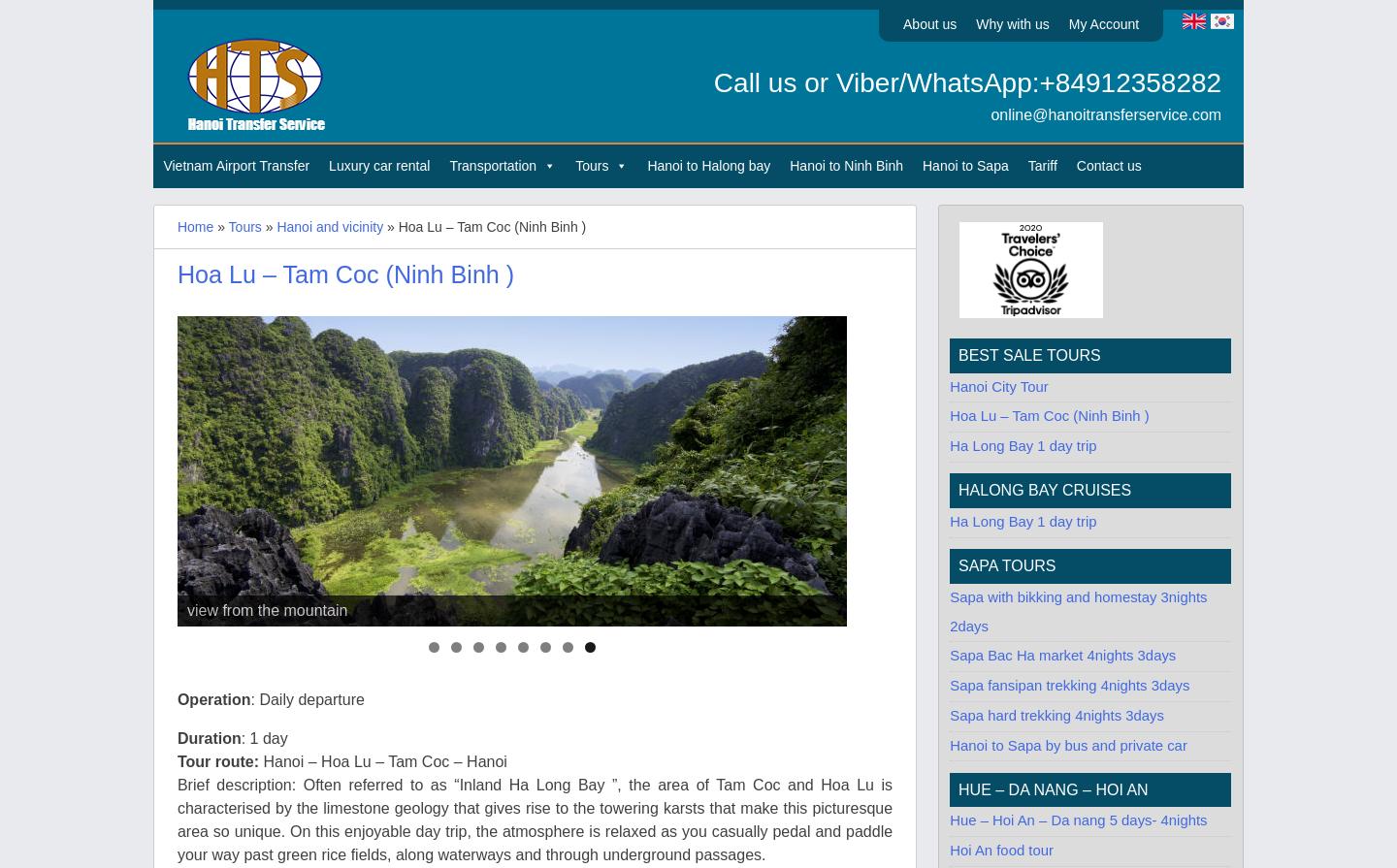 The height and width of the screenshot is (868, 1397). What do you see at coordinates (789, 246) in the screenshot?
I see `'Hoi An Tours'` at bounding box center [789, 246].